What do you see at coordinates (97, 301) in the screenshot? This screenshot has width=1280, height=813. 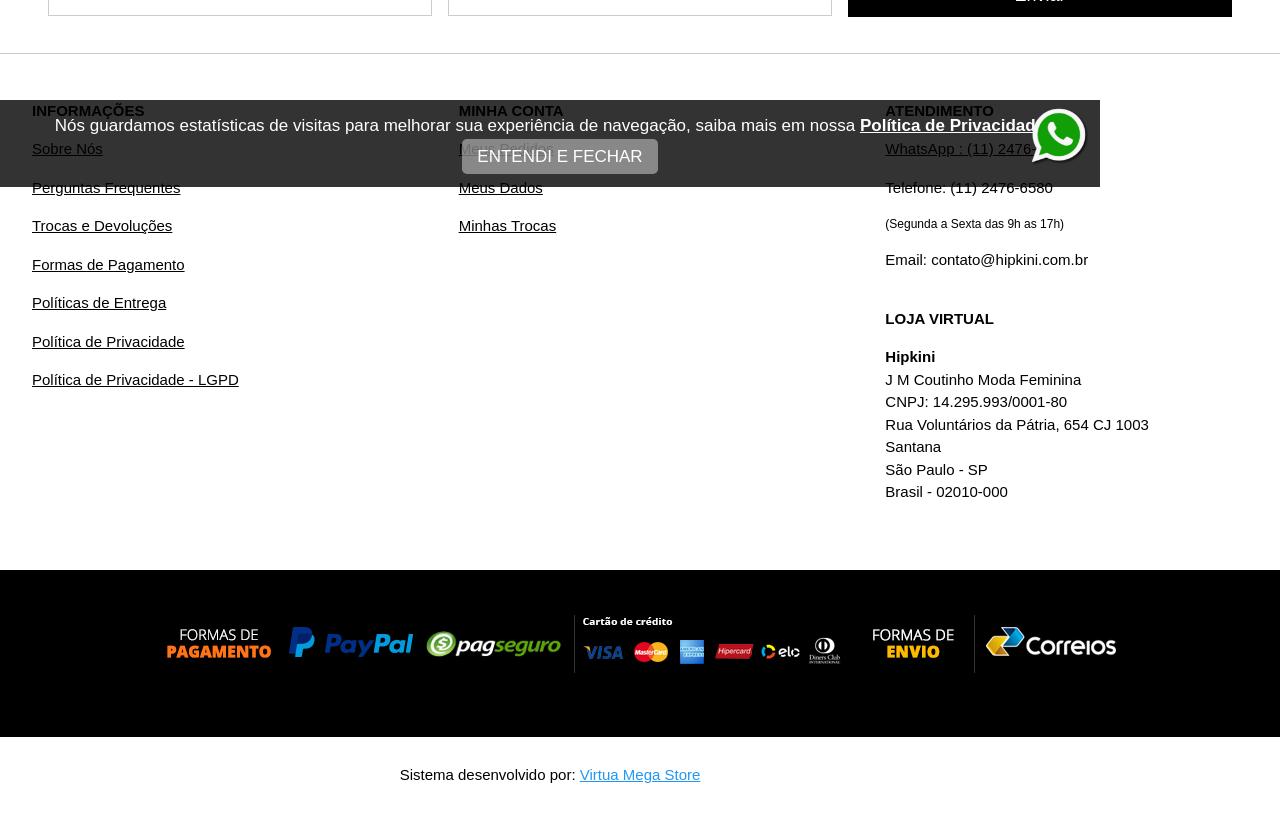 I see `'Políticas de Entrega'` at bounding box center [97, 301].